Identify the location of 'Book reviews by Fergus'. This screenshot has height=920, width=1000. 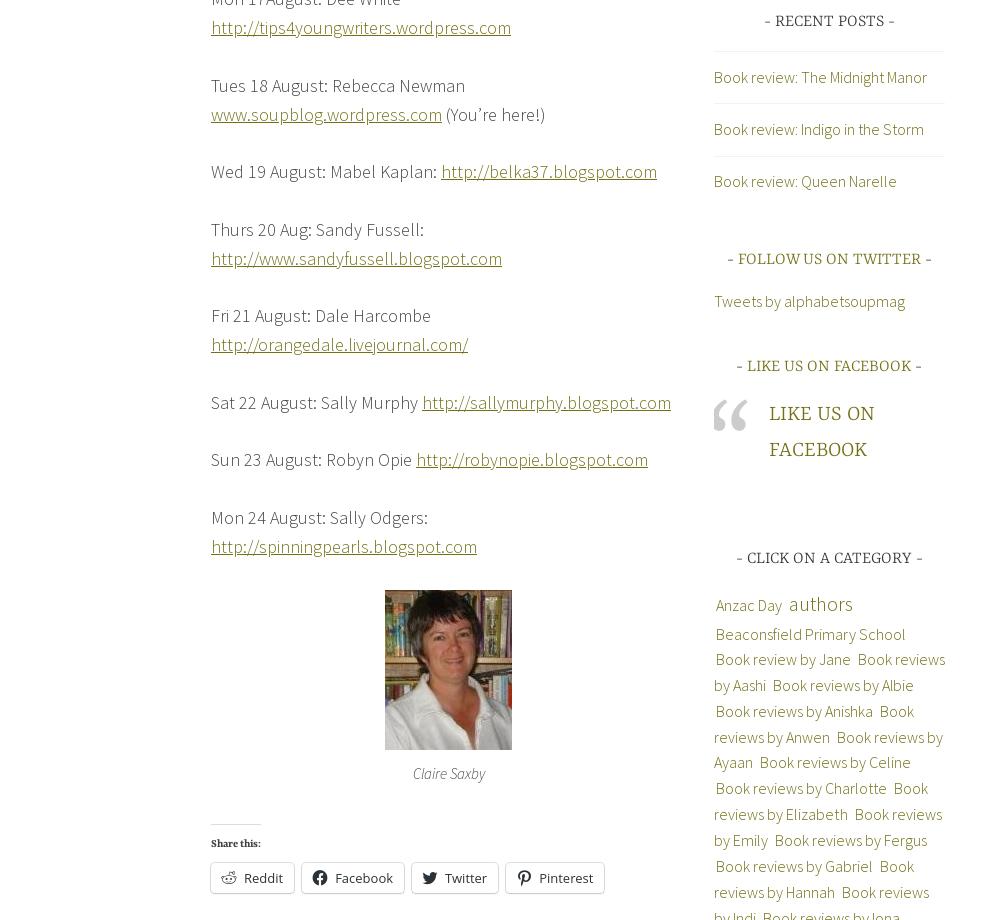
(849, 838).